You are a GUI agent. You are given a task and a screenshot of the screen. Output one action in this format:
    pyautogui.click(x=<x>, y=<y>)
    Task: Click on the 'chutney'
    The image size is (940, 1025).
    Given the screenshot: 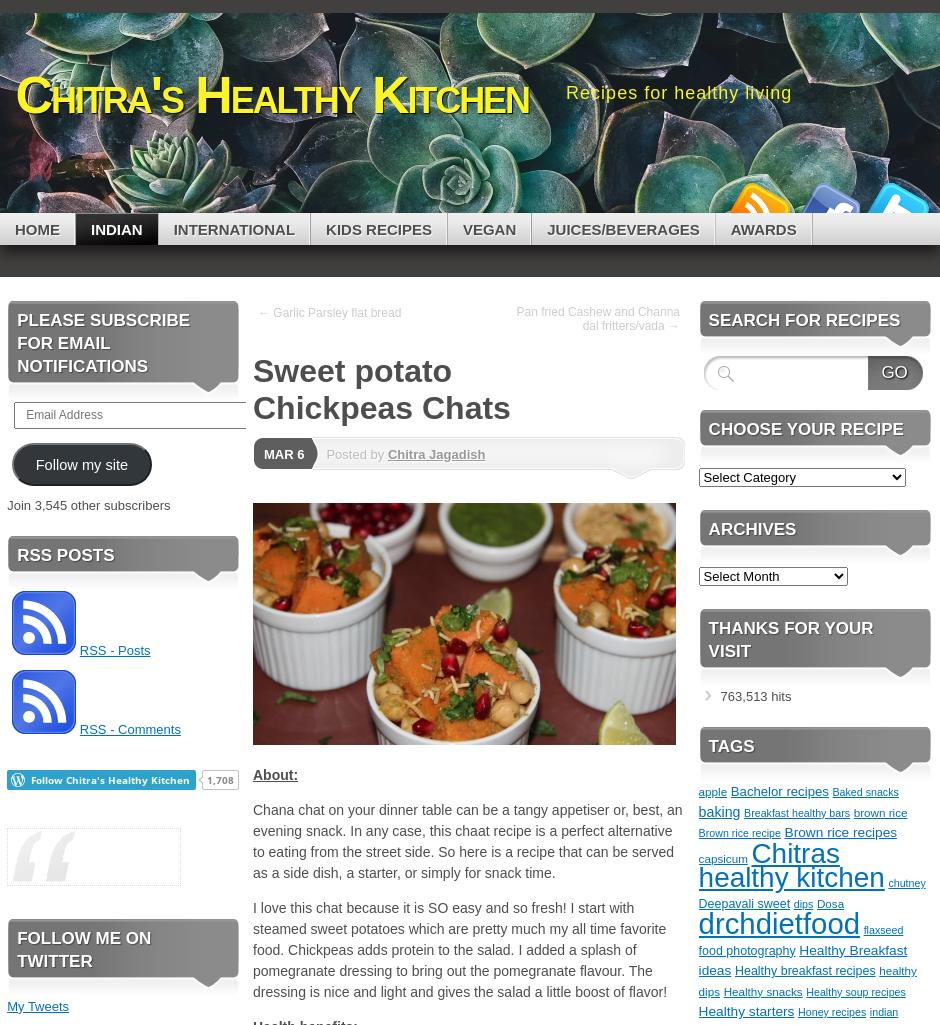 What is the action you would take?
    pyautogui.click(x=905, y=883)
    